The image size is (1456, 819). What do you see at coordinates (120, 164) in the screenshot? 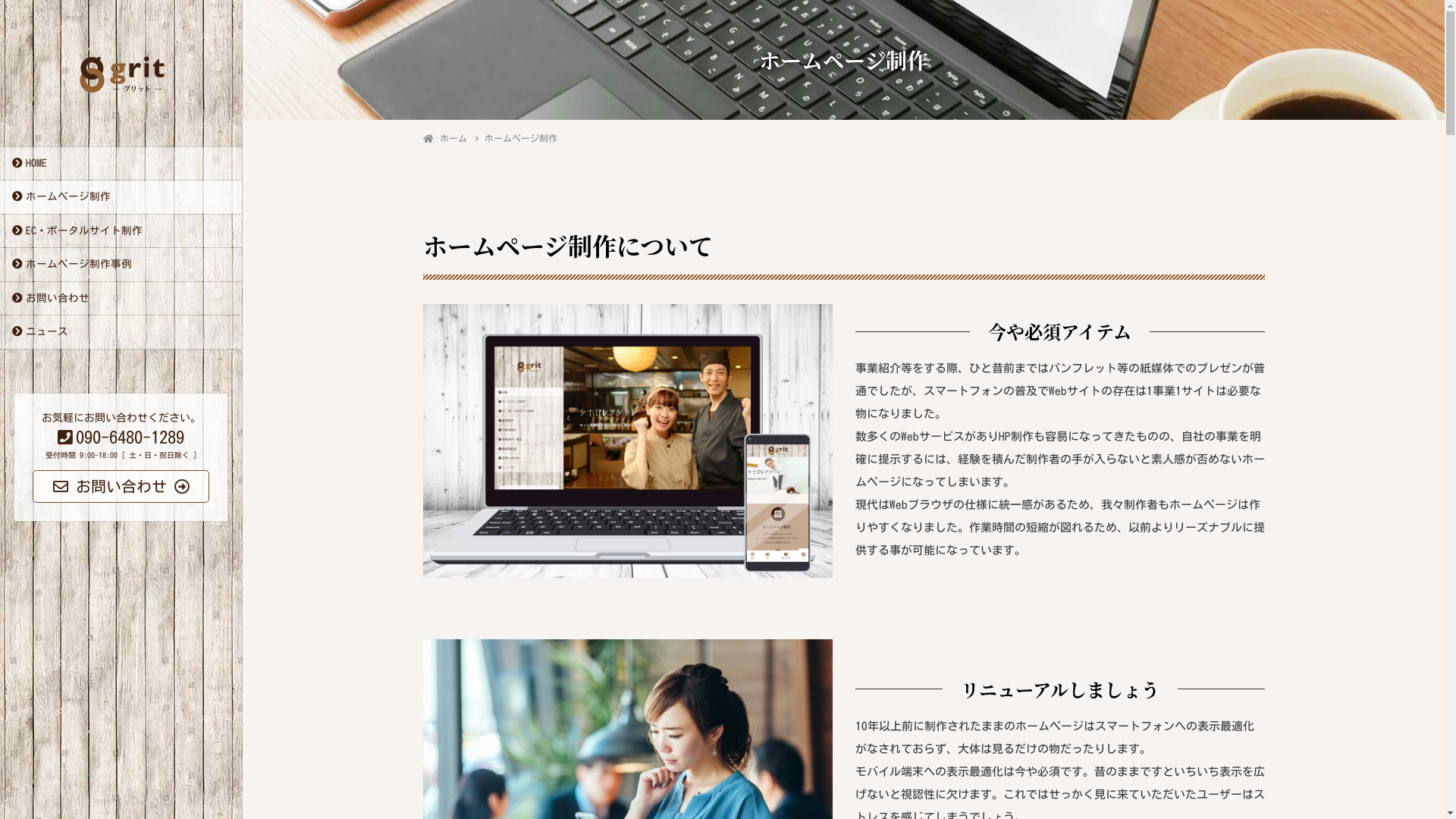
I see `'HOME'` at bounding box center [120, 164].